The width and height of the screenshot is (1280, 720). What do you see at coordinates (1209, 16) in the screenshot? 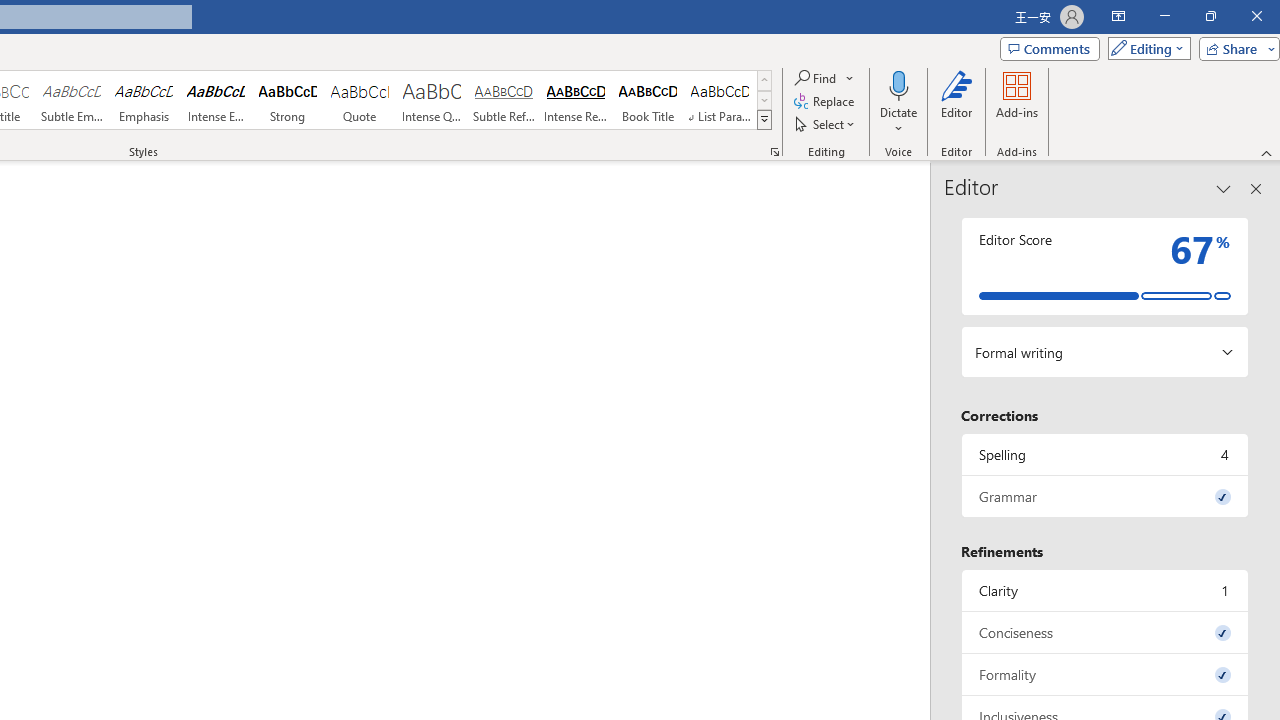
I see `'Restore Down'` at bounding box center [1209, 16].